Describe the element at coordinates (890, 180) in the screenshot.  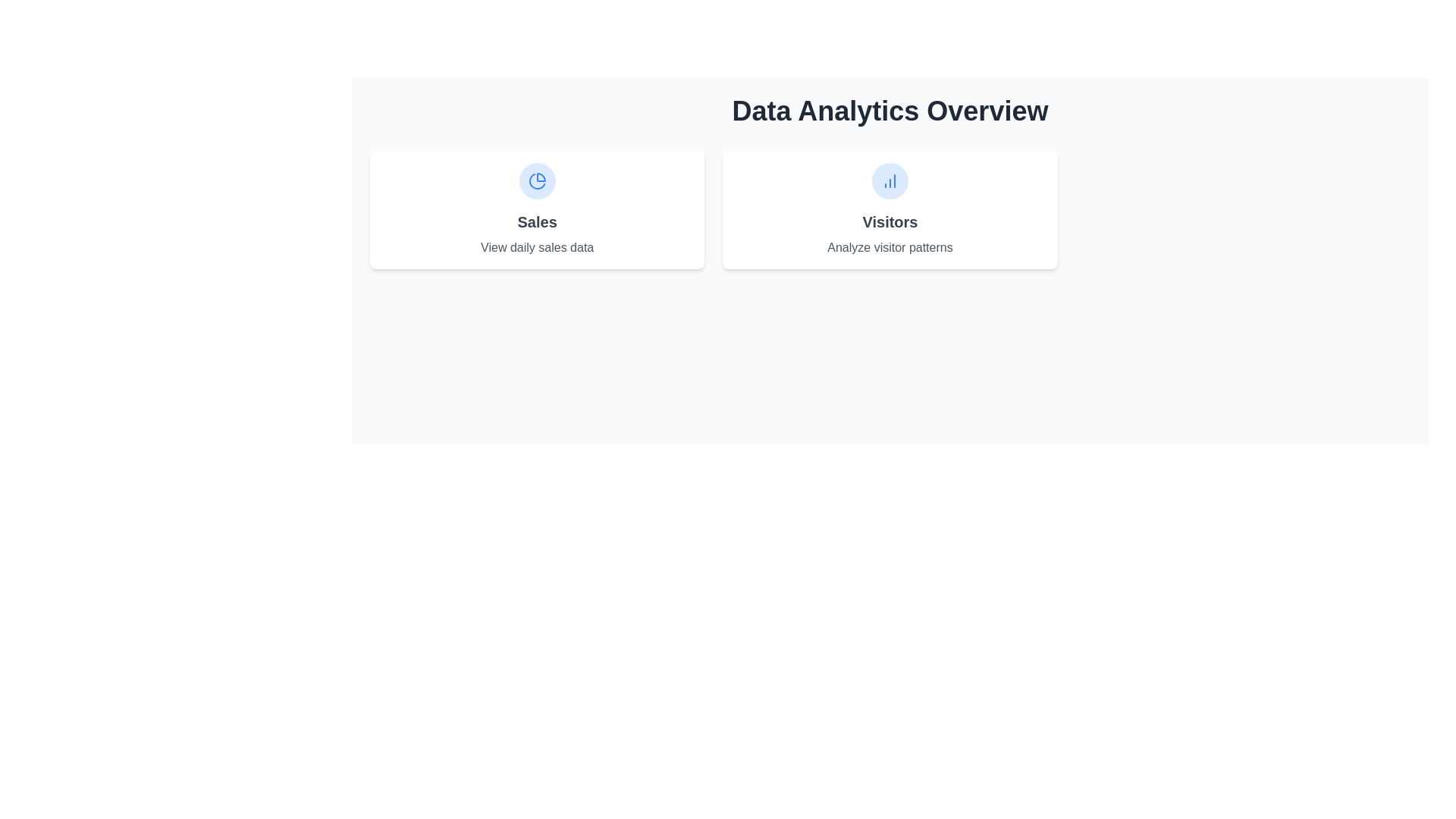
I see `Bar Chart Representation icon located in the header of the right card under the 'Data Analytics Overview' heading, positioned above the 'Visitors' label` at that location.